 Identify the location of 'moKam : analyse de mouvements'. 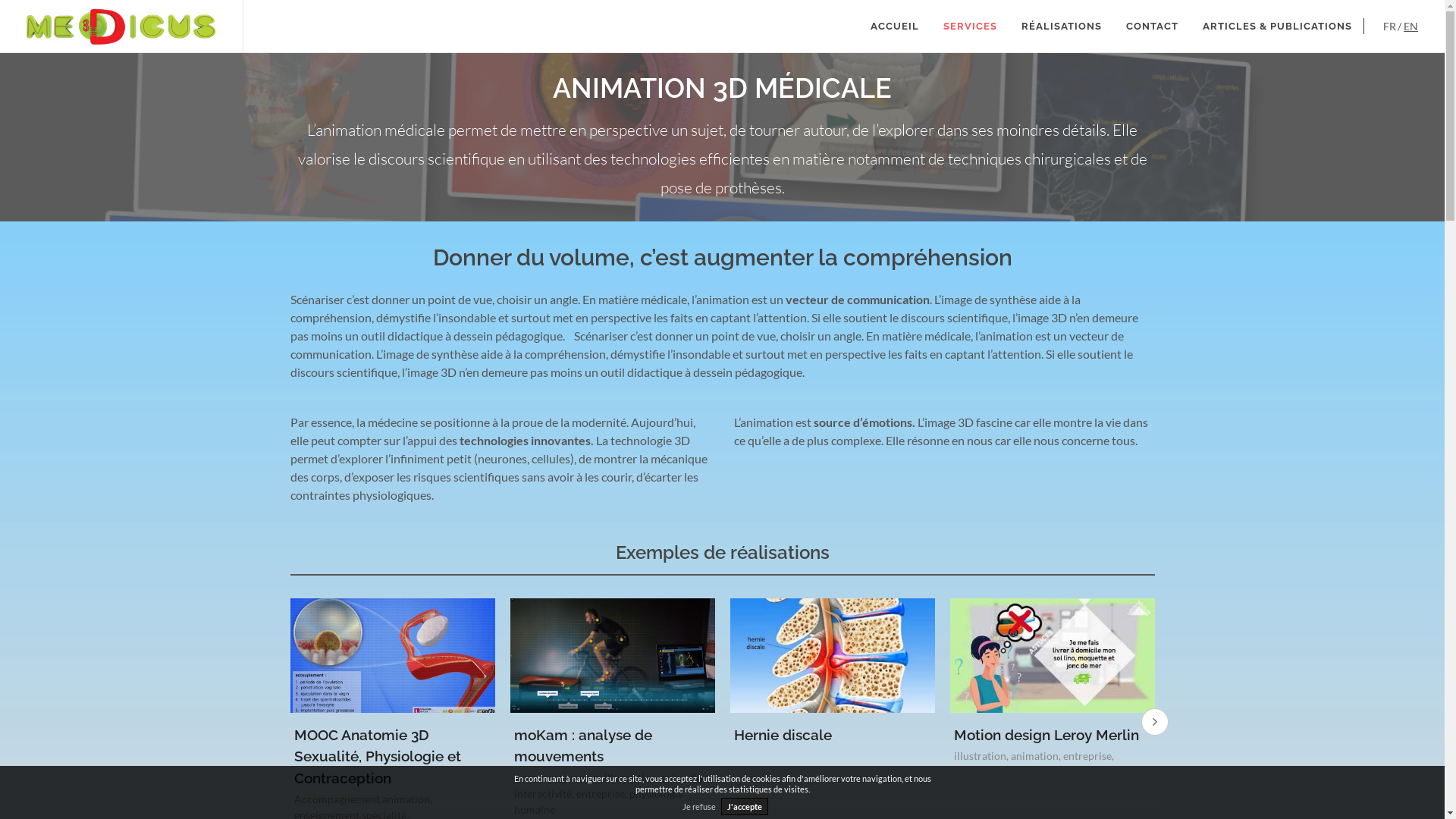
(582, 745).